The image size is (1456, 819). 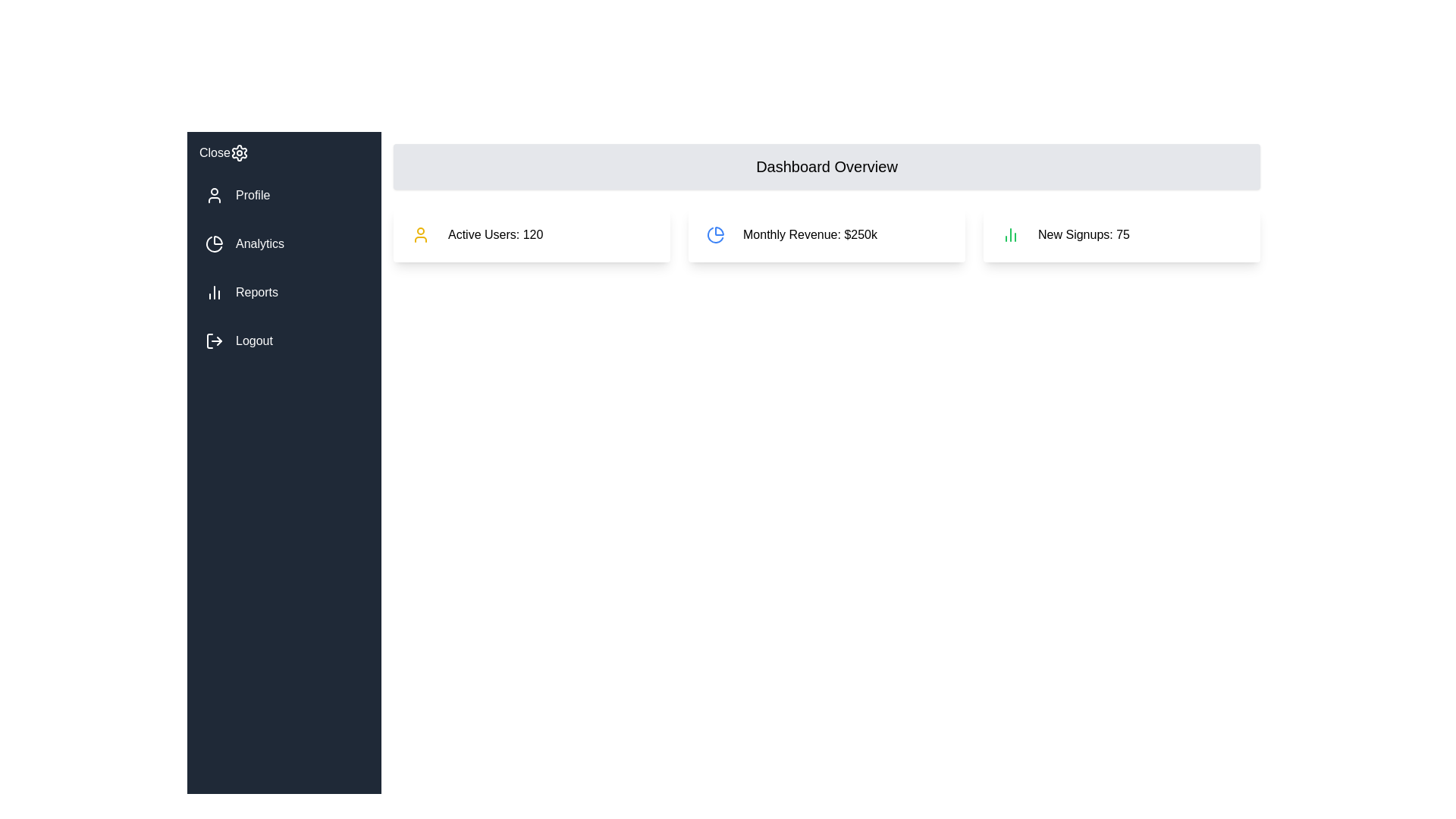 What do you see at coordinates (254, 341) in the screenshot?
I see `the logout text label in the sidebar menu that clearly indicates the logout functionality, located at the bottom of the main menu items` at bounding box center [254, 341].